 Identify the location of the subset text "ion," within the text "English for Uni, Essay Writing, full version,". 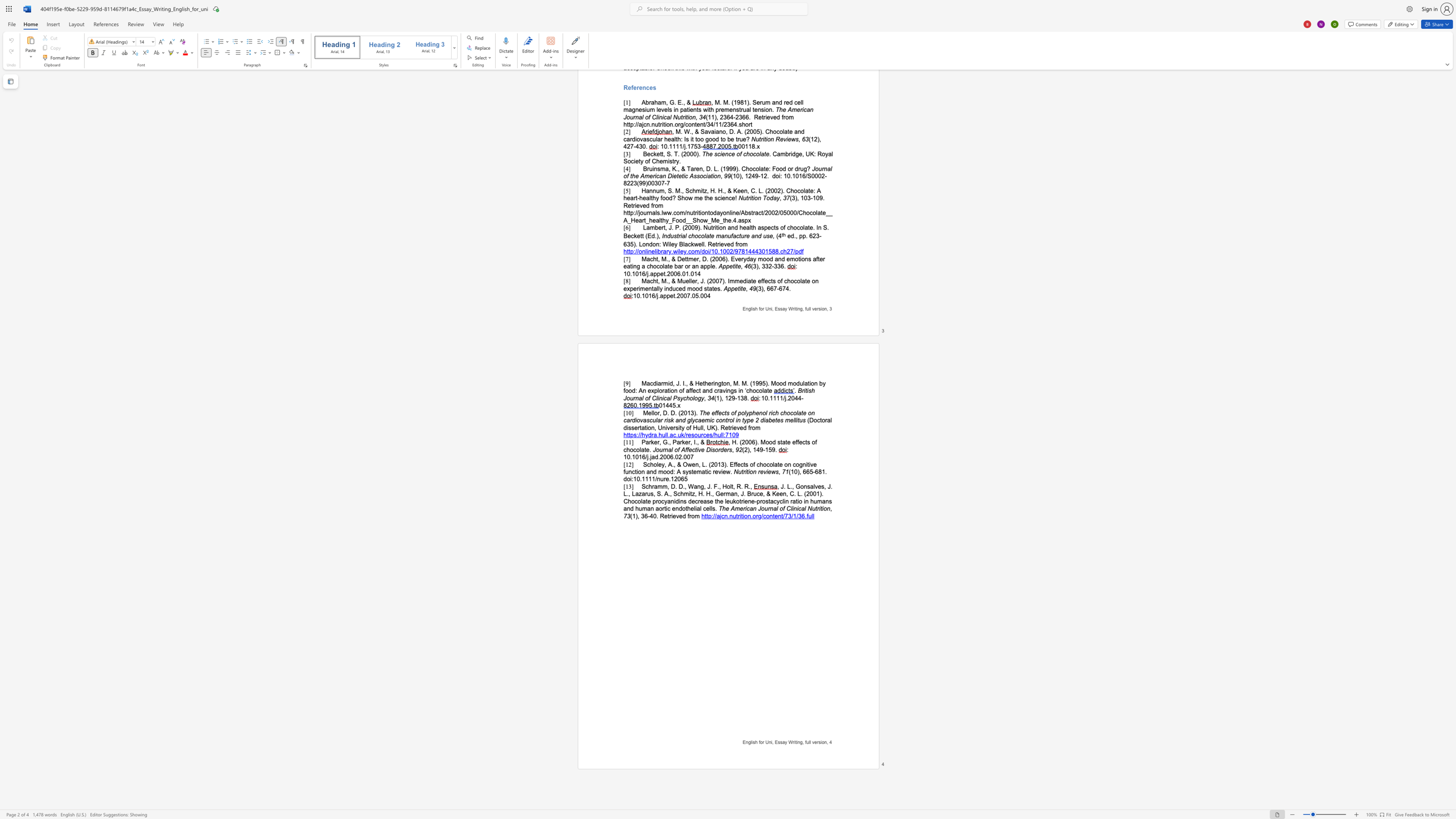
(820, 742).